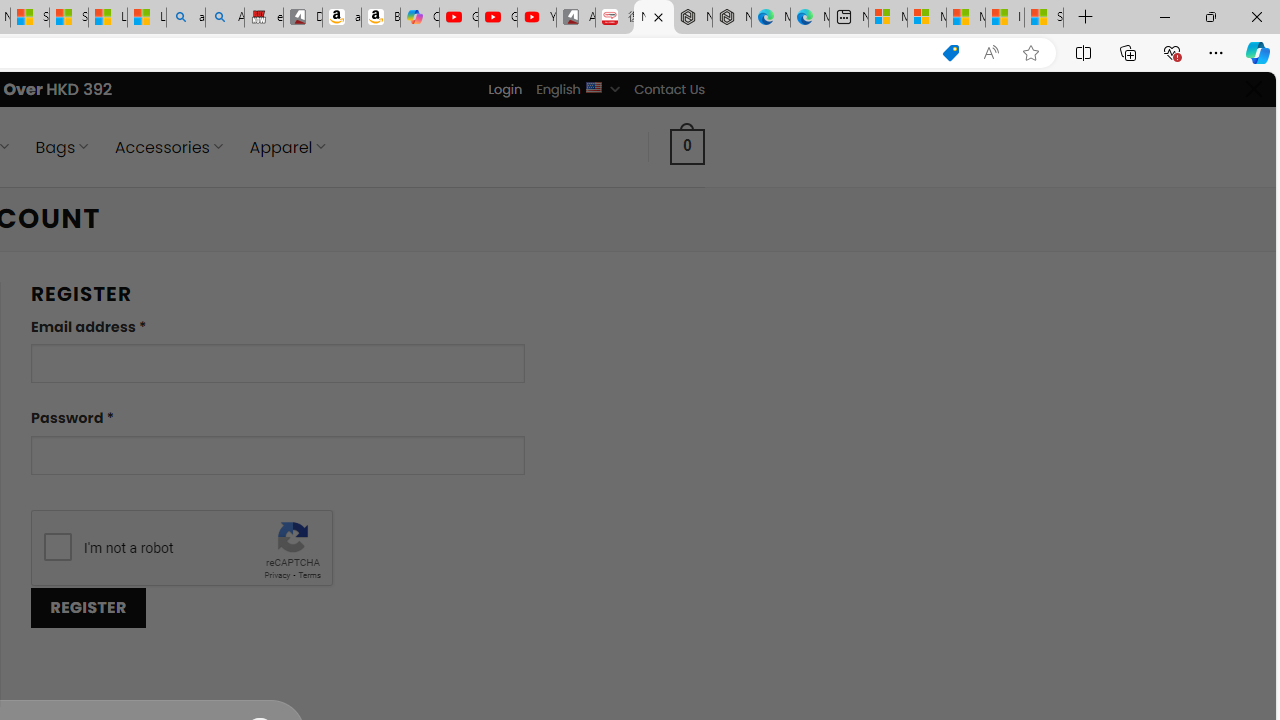  I want to click on 'Terms', so click(308, 575).